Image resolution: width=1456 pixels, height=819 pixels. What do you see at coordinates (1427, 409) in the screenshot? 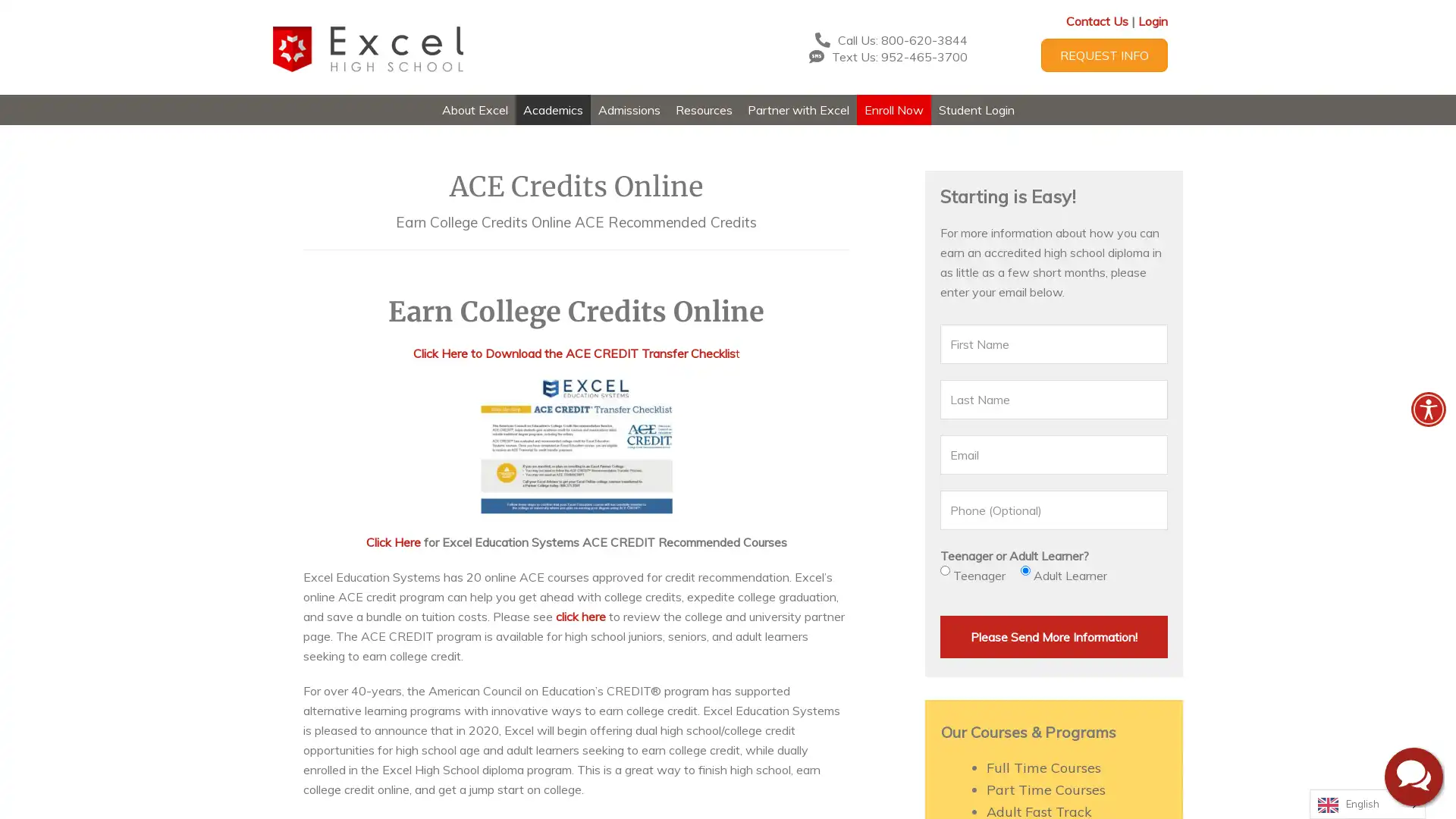
I see `Accessibility Menu` at bounding box center [1427, 409].